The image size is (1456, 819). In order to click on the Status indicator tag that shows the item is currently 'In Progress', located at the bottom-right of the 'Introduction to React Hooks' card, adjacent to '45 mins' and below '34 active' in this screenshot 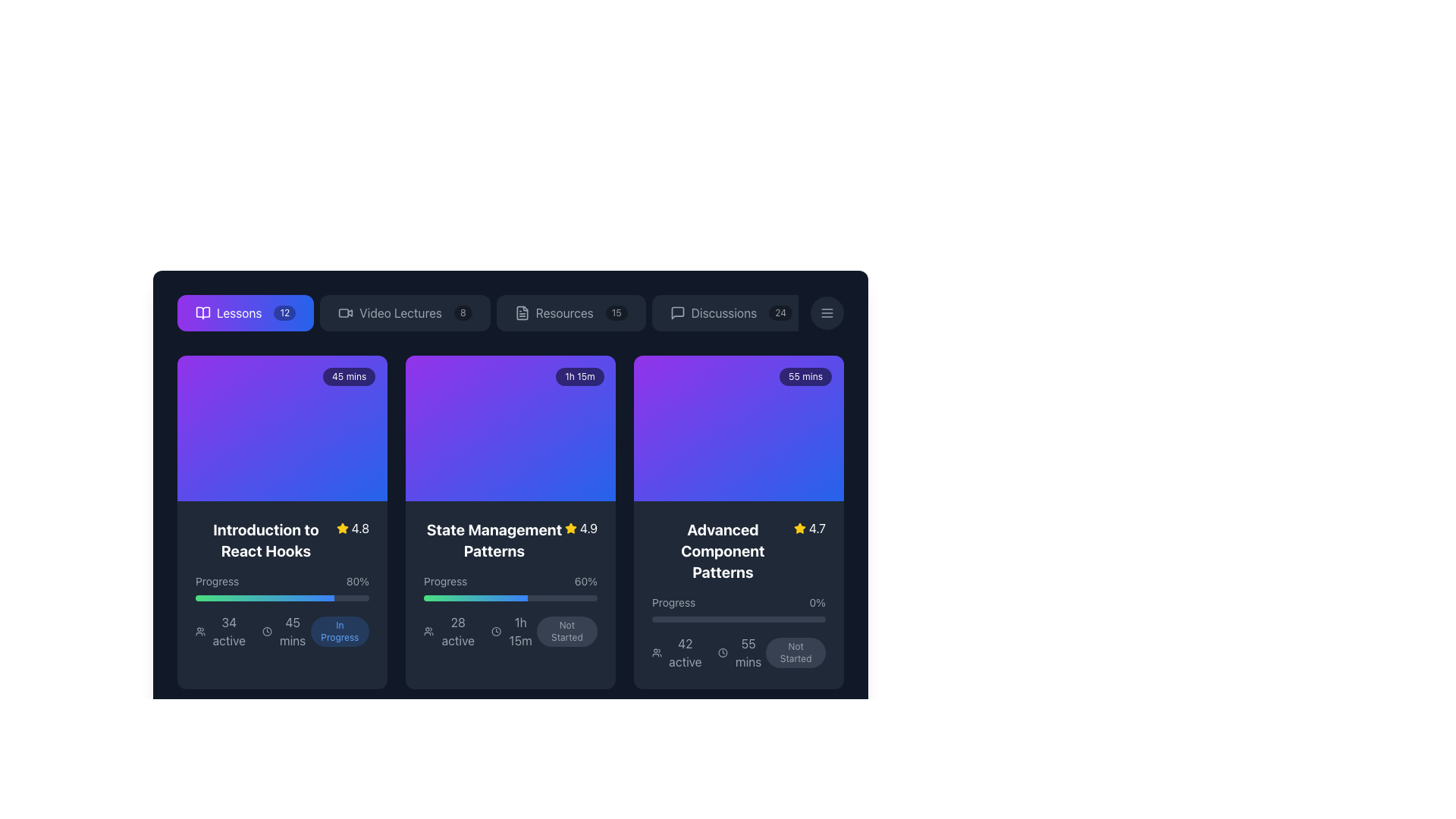, I will do `click(339, 632)`.